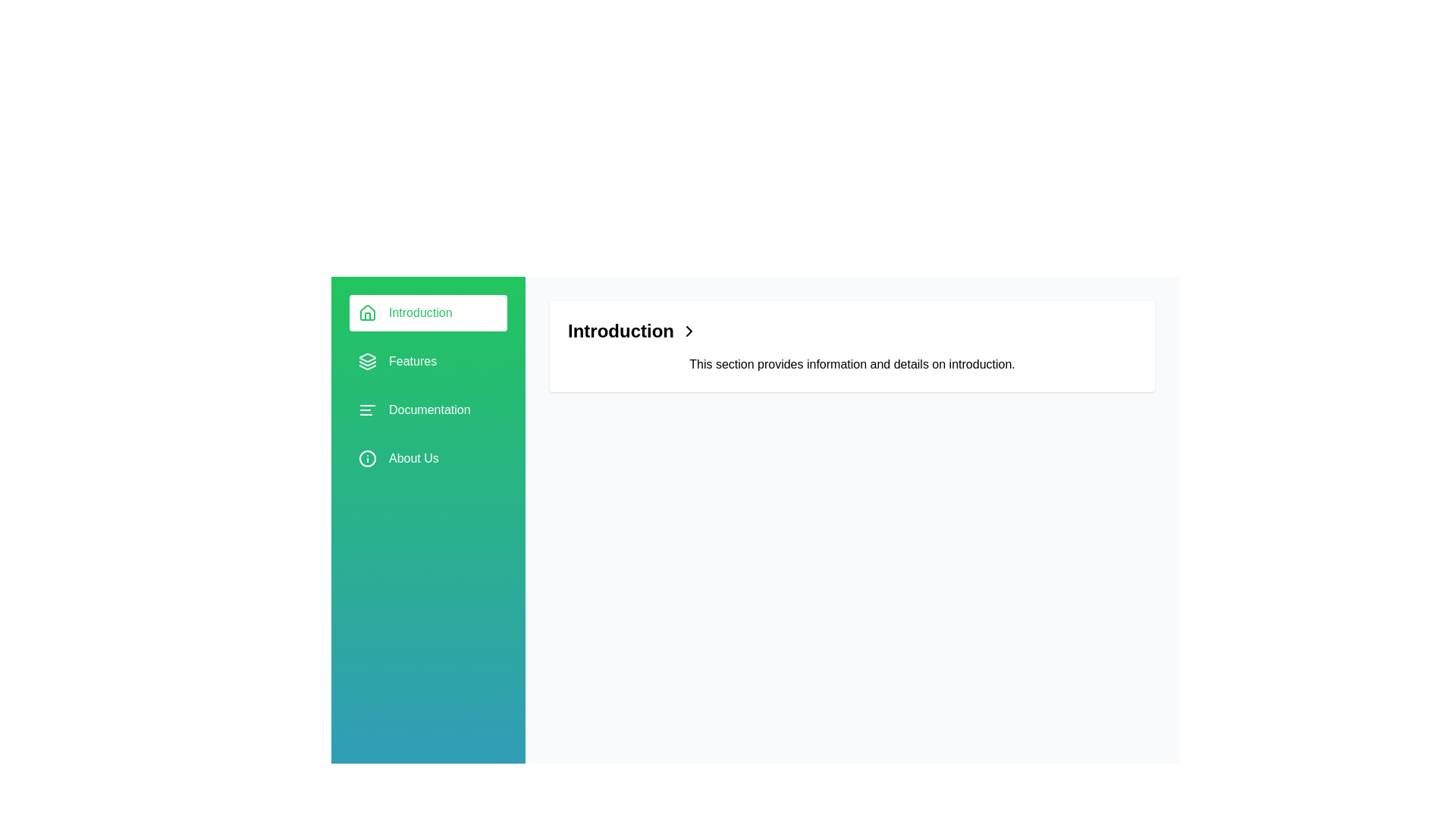 This screenshot has width=1456, height=819. What do you see at coordinates (367, 409) in the screenshot?
I see `the small icon resembling a text alignment or list formatting icon located to the left of the 'Documentation' text in the sidebar` at bounding box center [367, 409].